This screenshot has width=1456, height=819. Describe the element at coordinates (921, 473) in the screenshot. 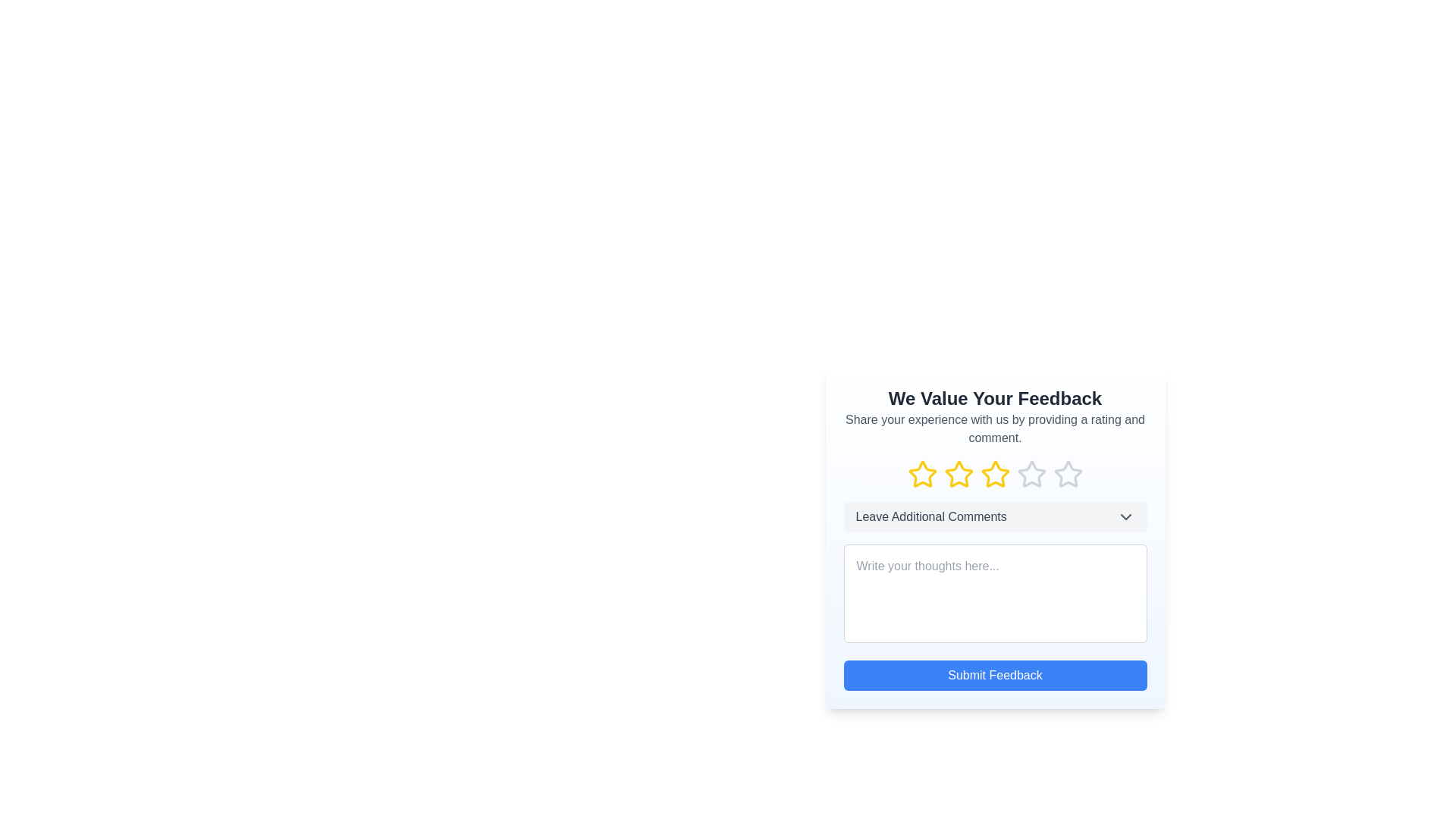

I see `keyboard navigation` at that location.